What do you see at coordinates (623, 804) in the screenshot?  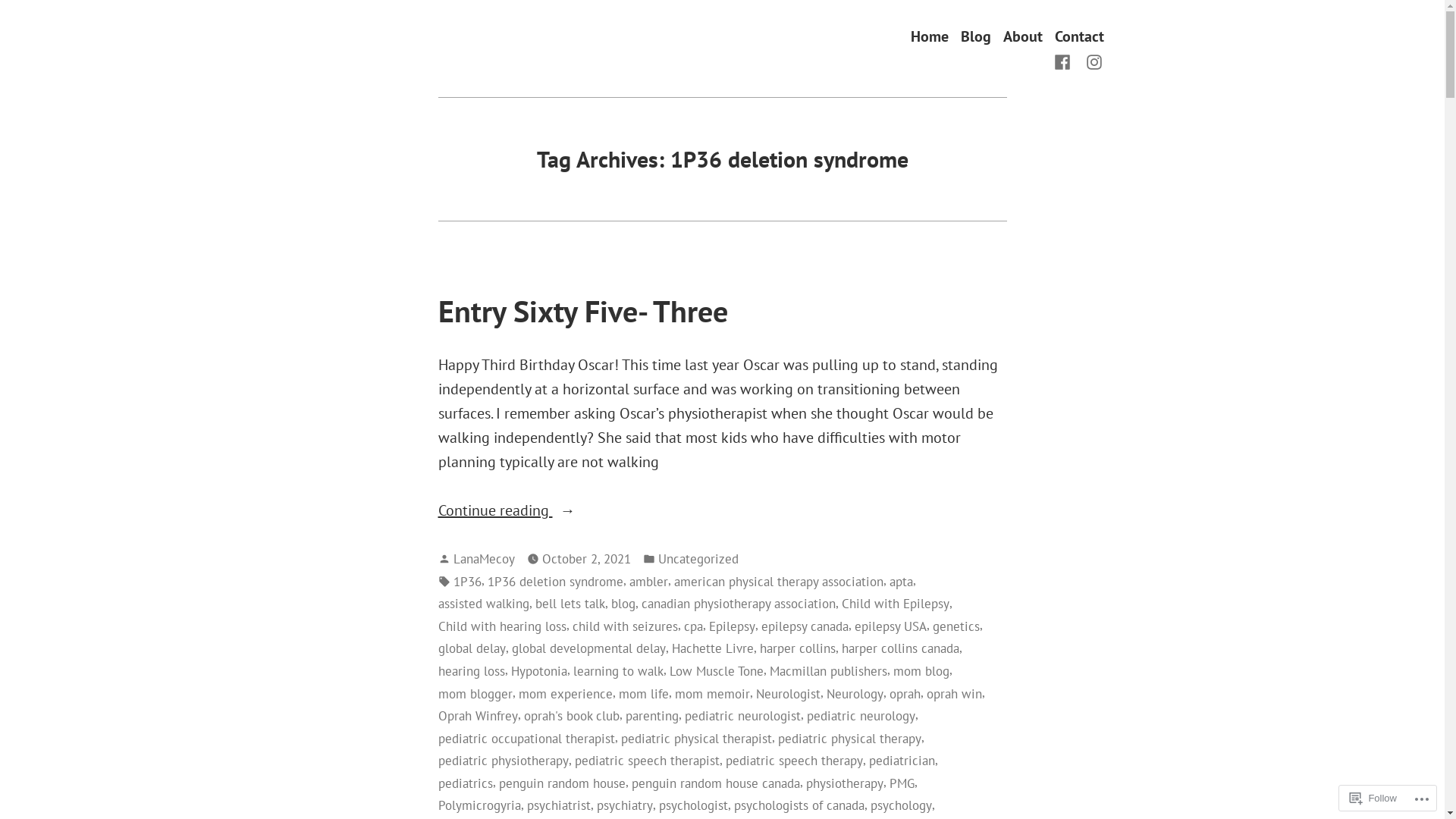 I see `'psychiatry'` at bounding box center [623, 804].